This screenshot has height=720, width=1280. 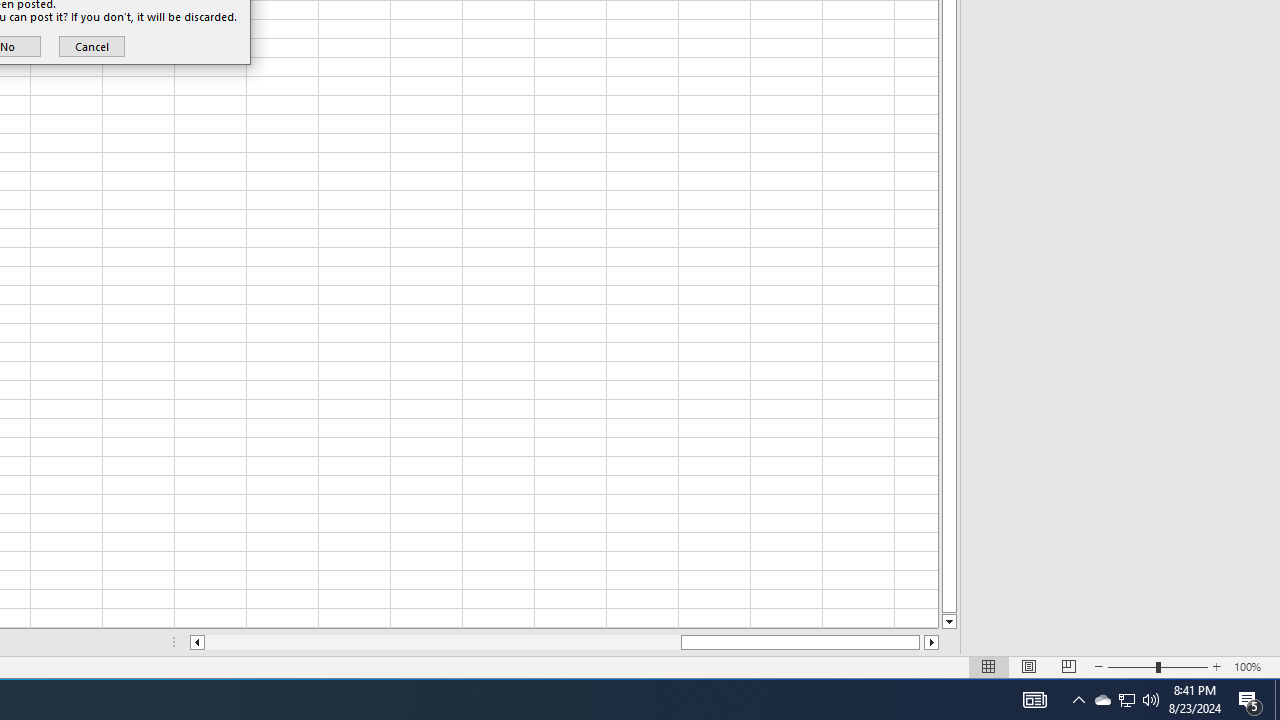 What do you see at coordinates (441, 642) in the screenshot?
I see `'Page left'` at bounding box center [441, 642].